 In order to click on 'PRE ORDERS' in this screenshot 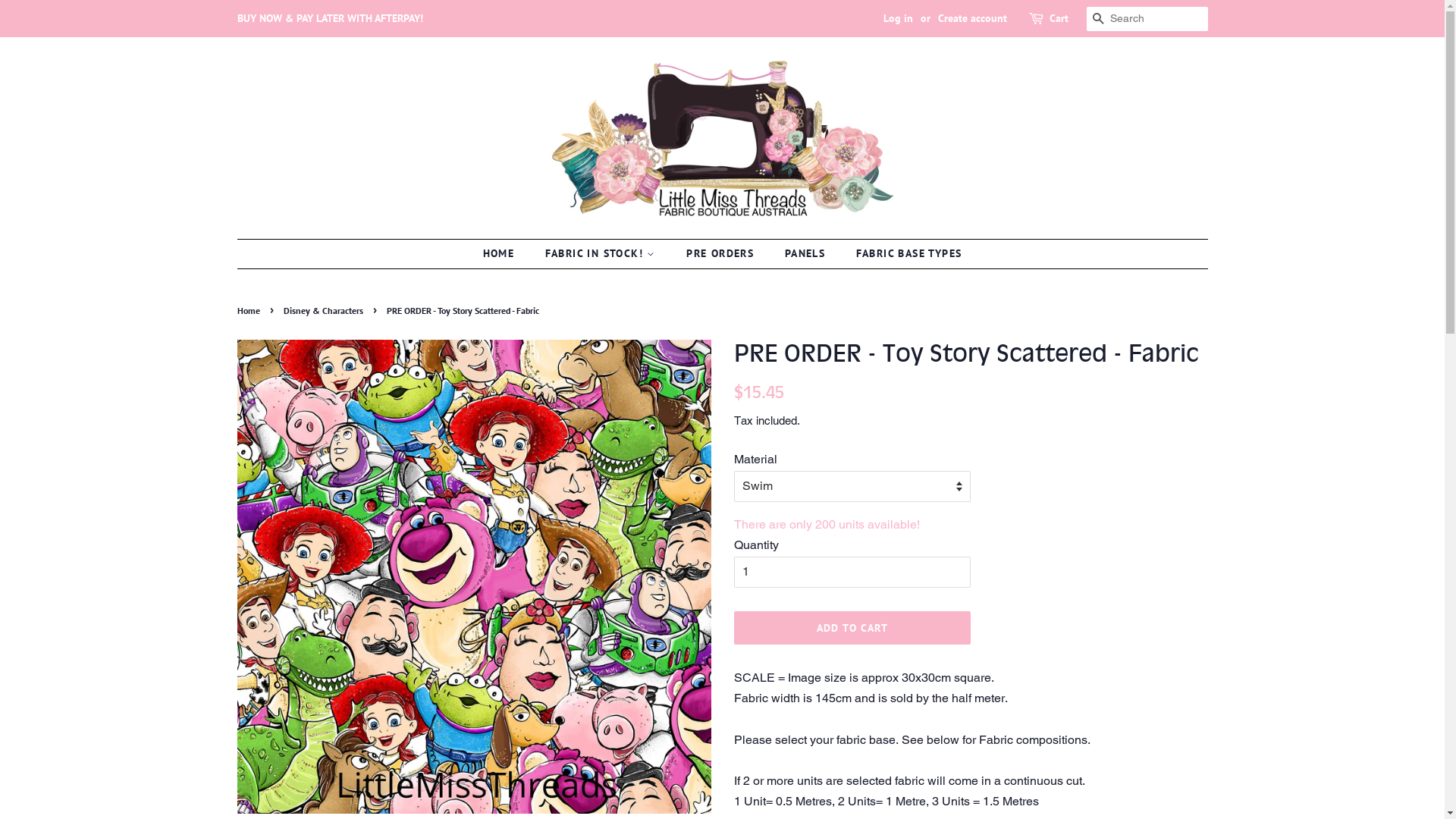, I will do `click(673, 253)`.